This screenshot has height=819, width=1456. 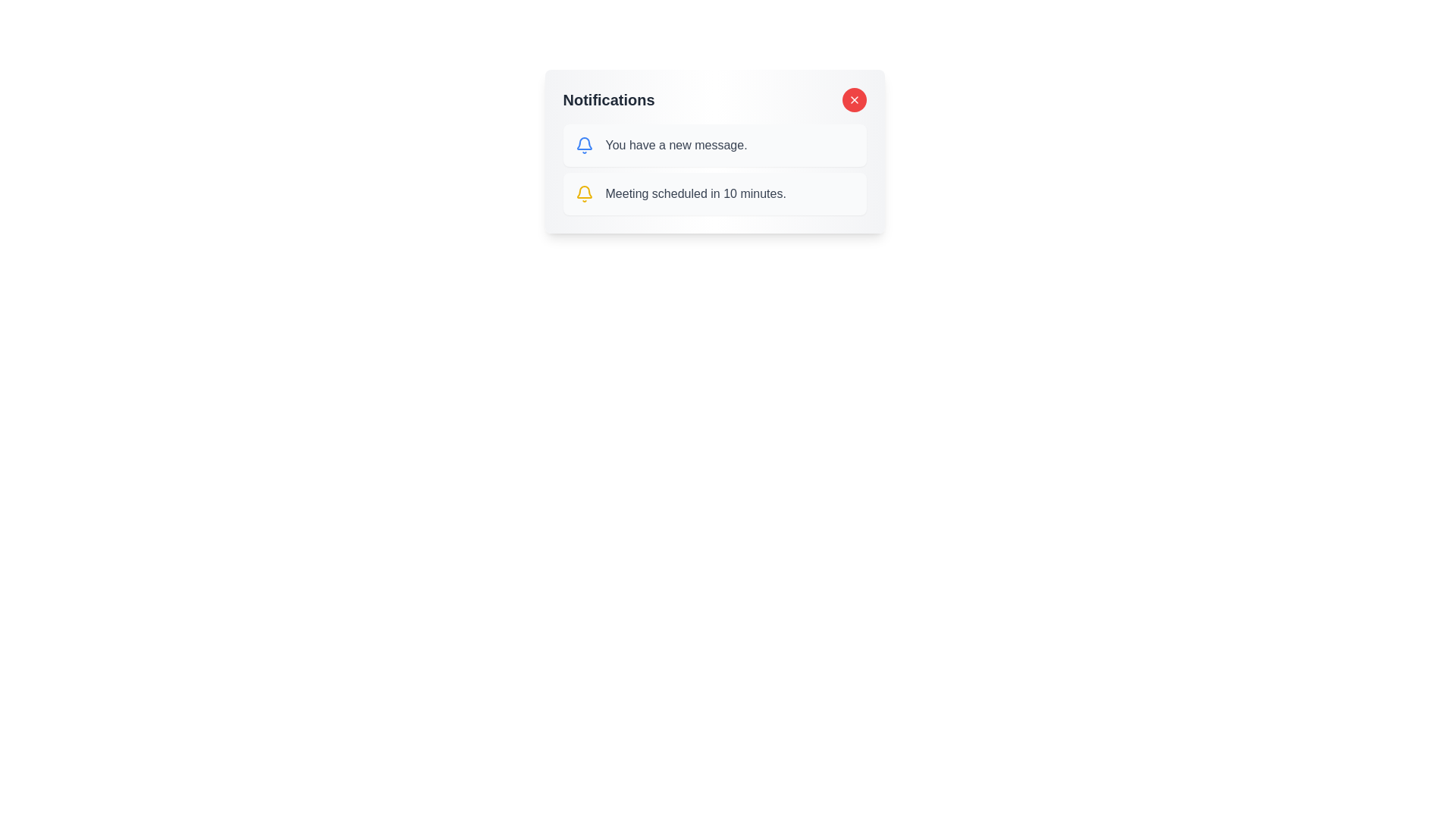 I want to click on the second notification card in the 'Notifications' section that communicates a meeting scheduled in 10 minutes, so click(x=714, y=193).